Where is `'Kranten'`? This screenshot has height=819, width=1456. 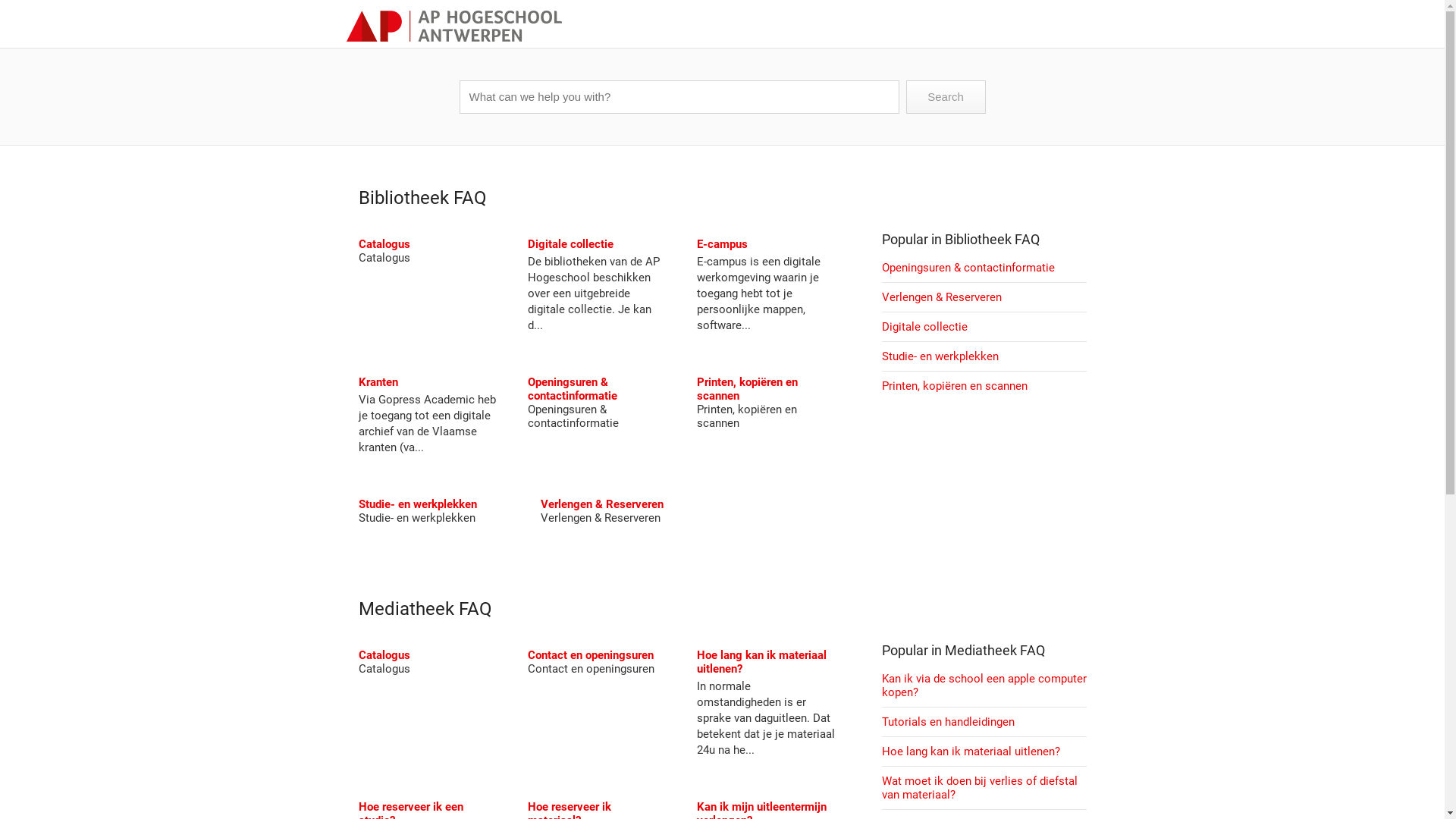
'Kranten' is located at coordinates (378, 381).